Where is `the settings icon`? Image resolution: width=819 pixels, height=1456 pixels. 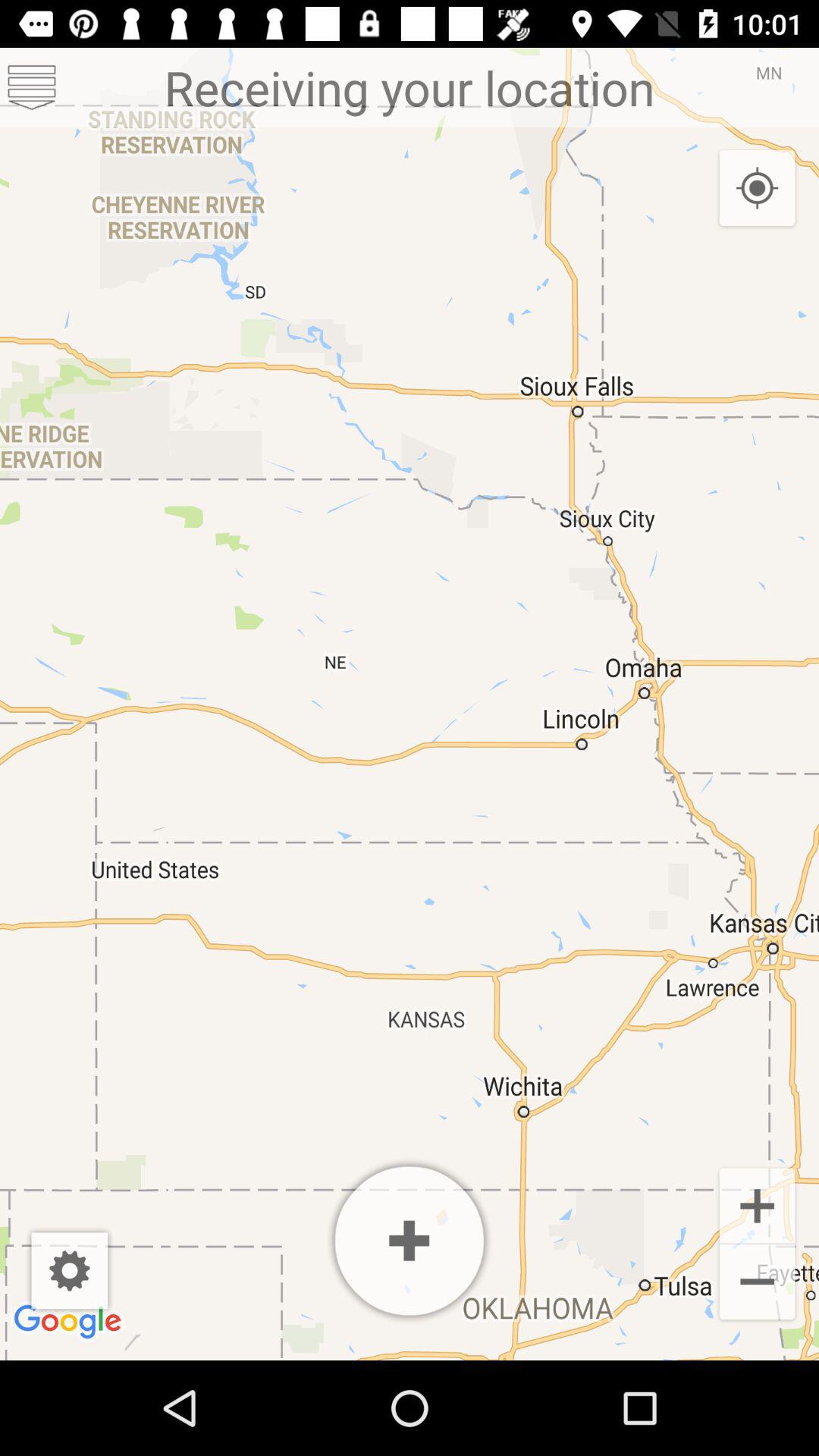
the settings icon is located at coordinates (69, 1270).